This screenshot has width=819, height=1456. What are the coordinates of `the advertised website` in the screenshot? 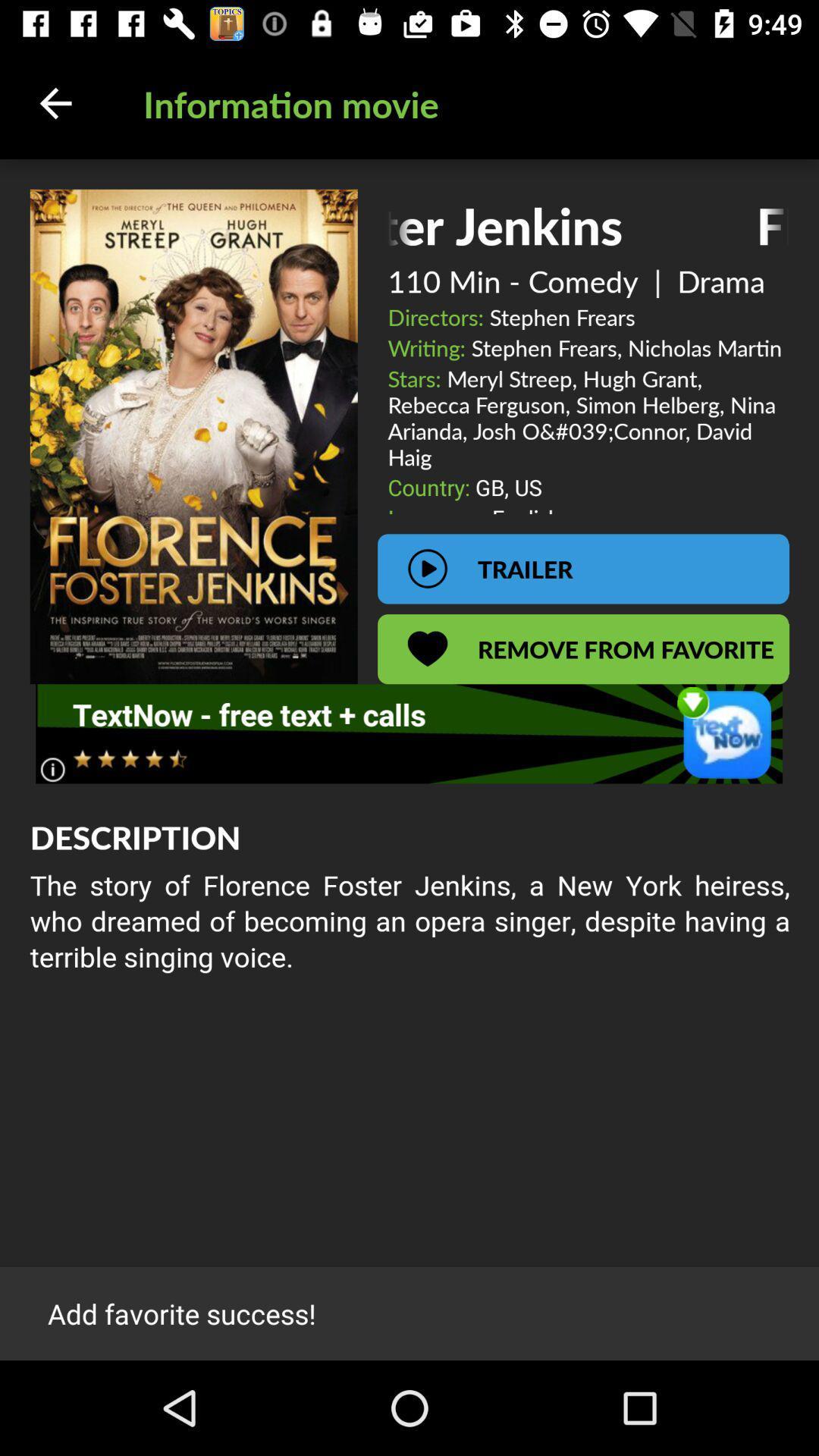 It's located at (408, 733).